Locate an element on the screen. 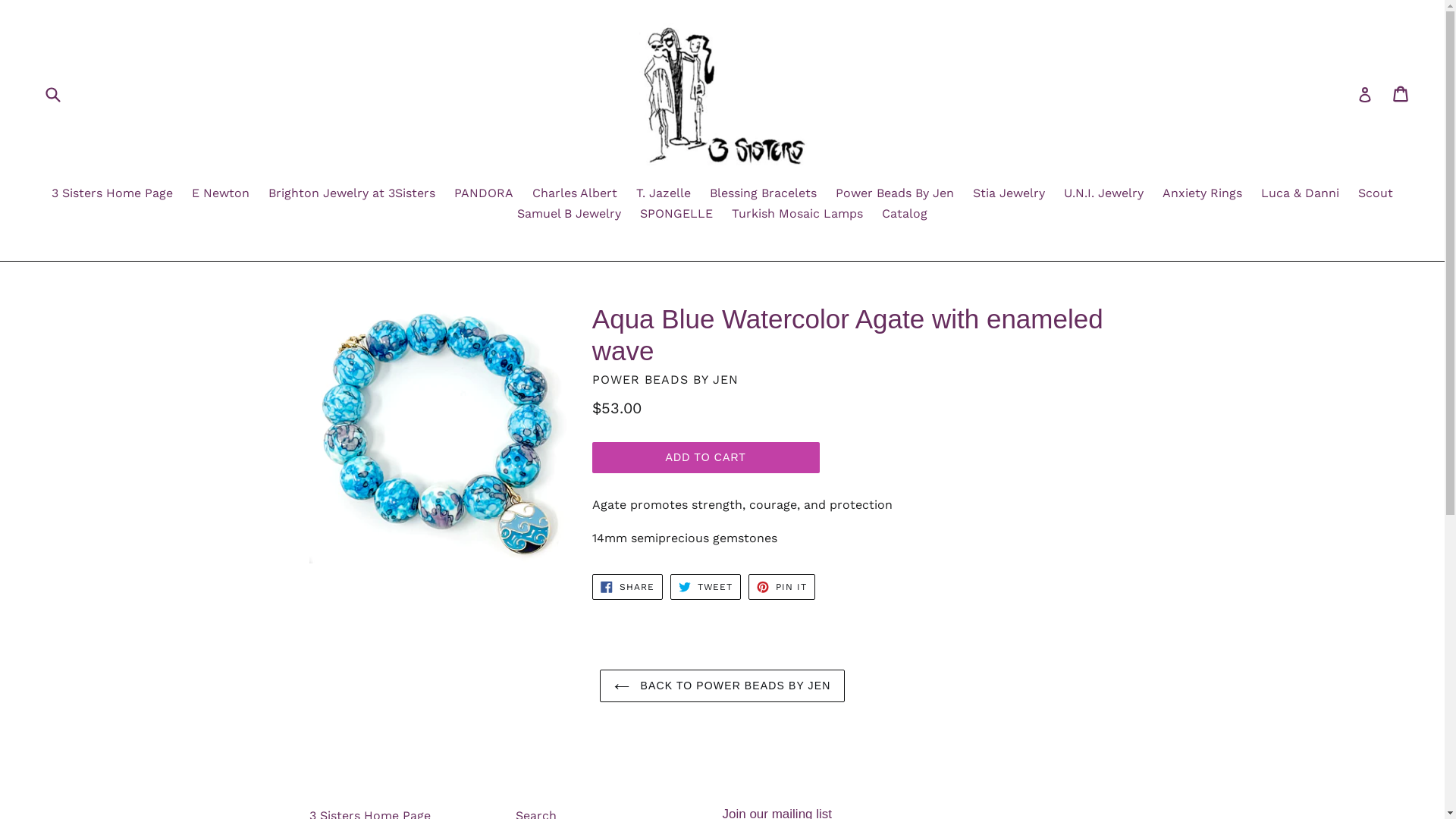  'SPONGELLE' is located at coordinates (676, 215).